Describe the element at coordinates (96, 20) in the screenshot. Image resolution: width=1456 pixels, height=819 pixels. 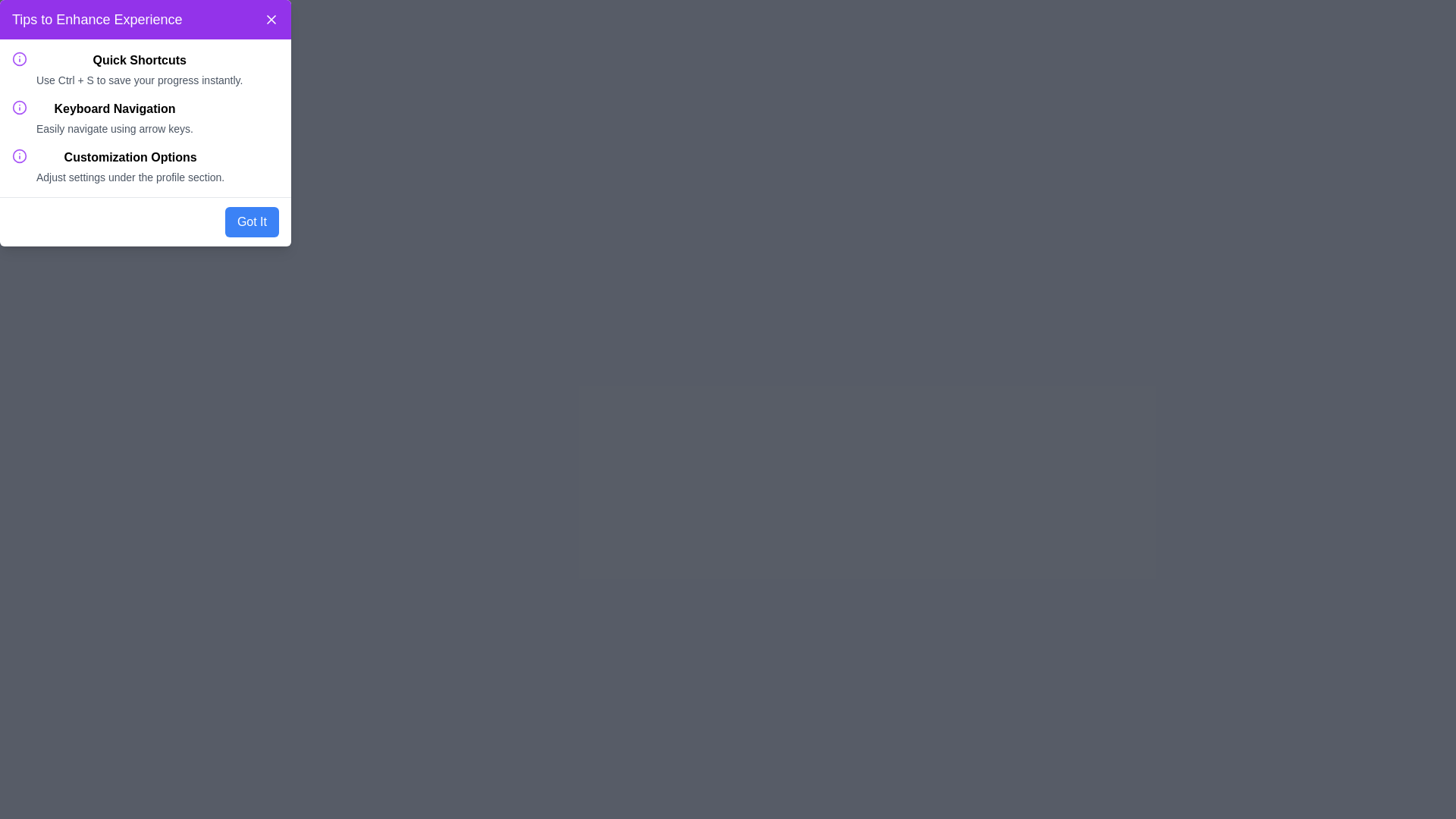
I see `text label that is bold, medium-sized, white font against a purple background, displaying 'Tips to Enhance Experience', located at the top left of the header in a modal window` at that location.